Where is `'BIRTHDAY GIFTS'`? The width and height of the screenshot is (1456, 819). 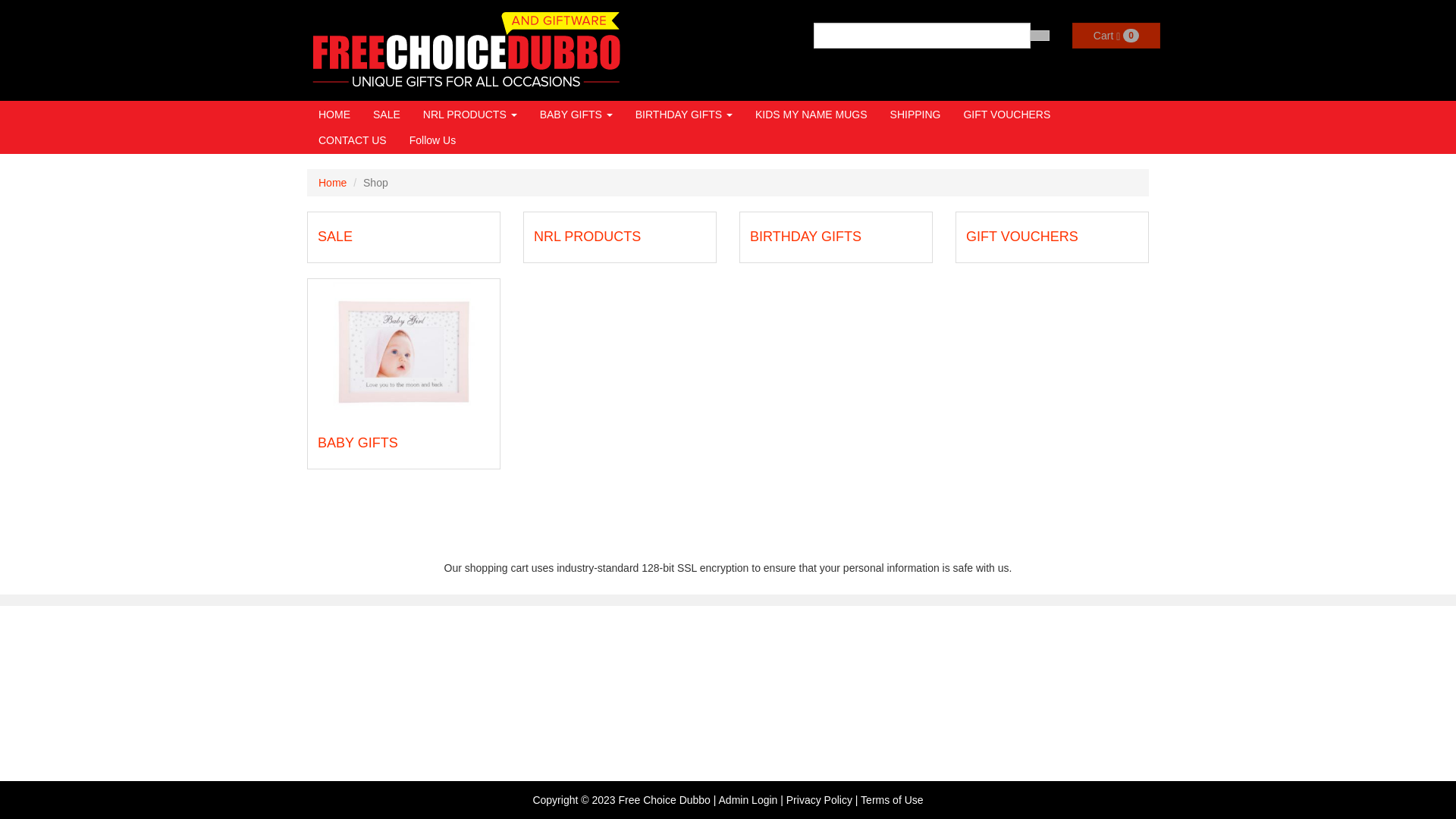 'BIRTHDAY GIFTS' is located at coordinates (683, 113).